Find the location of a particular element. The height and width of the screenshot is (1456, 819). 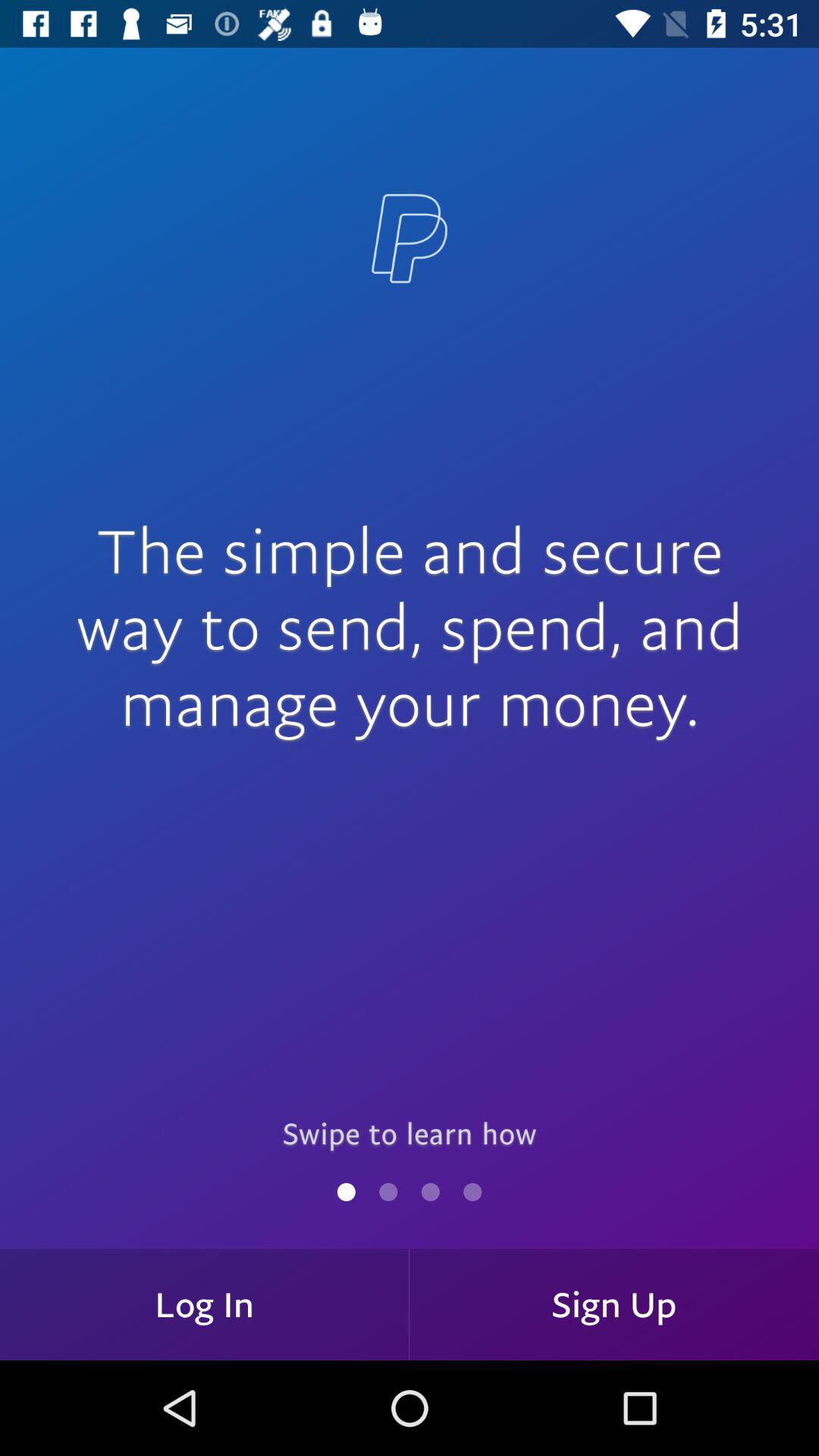

the sign up is located at coordinates (614, 1304).